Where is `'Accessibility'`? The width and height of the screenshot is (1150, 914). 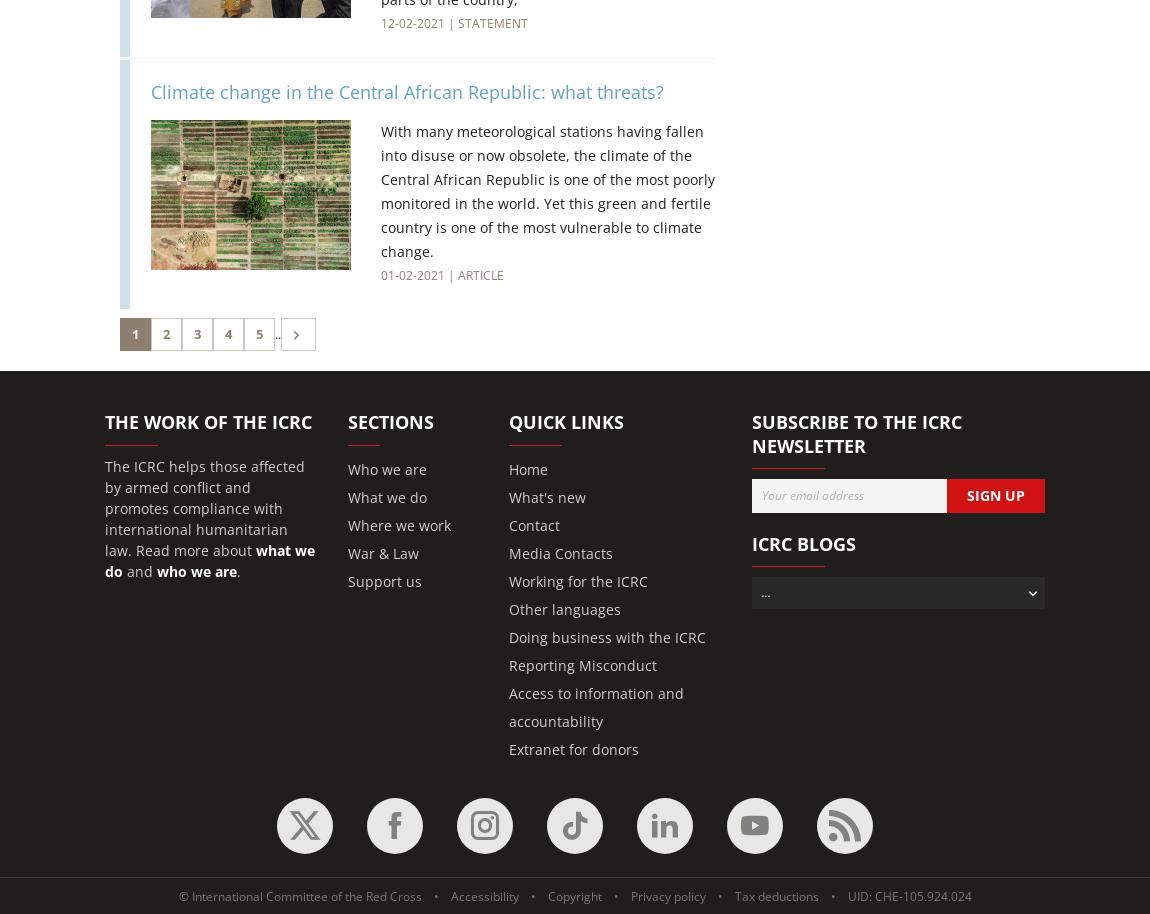
'Accessibility' is located at coordinates (484, 894).